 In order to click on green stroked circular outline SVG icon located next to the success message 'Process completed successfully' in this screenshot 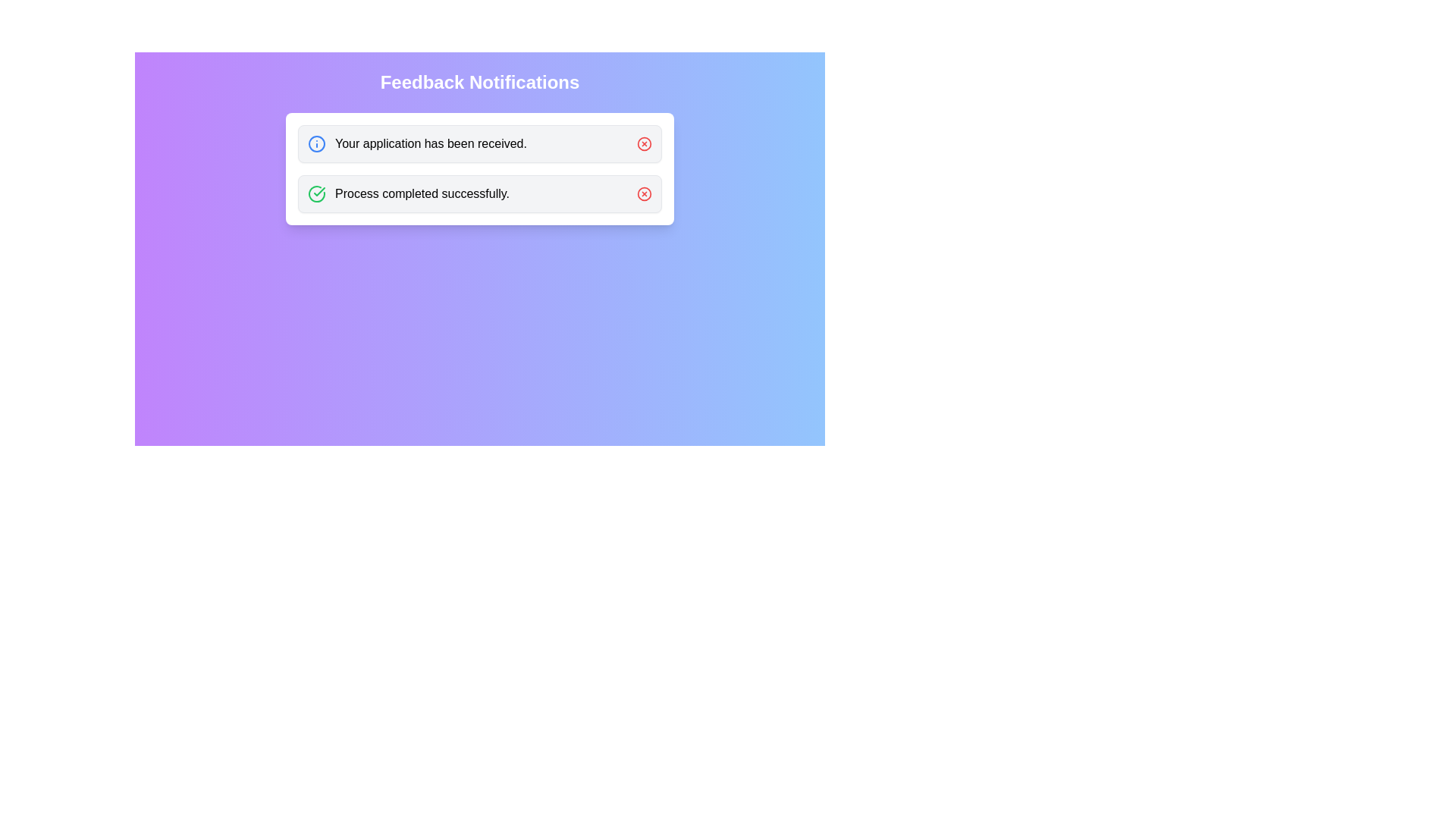, I will do `click(315, 193)`.